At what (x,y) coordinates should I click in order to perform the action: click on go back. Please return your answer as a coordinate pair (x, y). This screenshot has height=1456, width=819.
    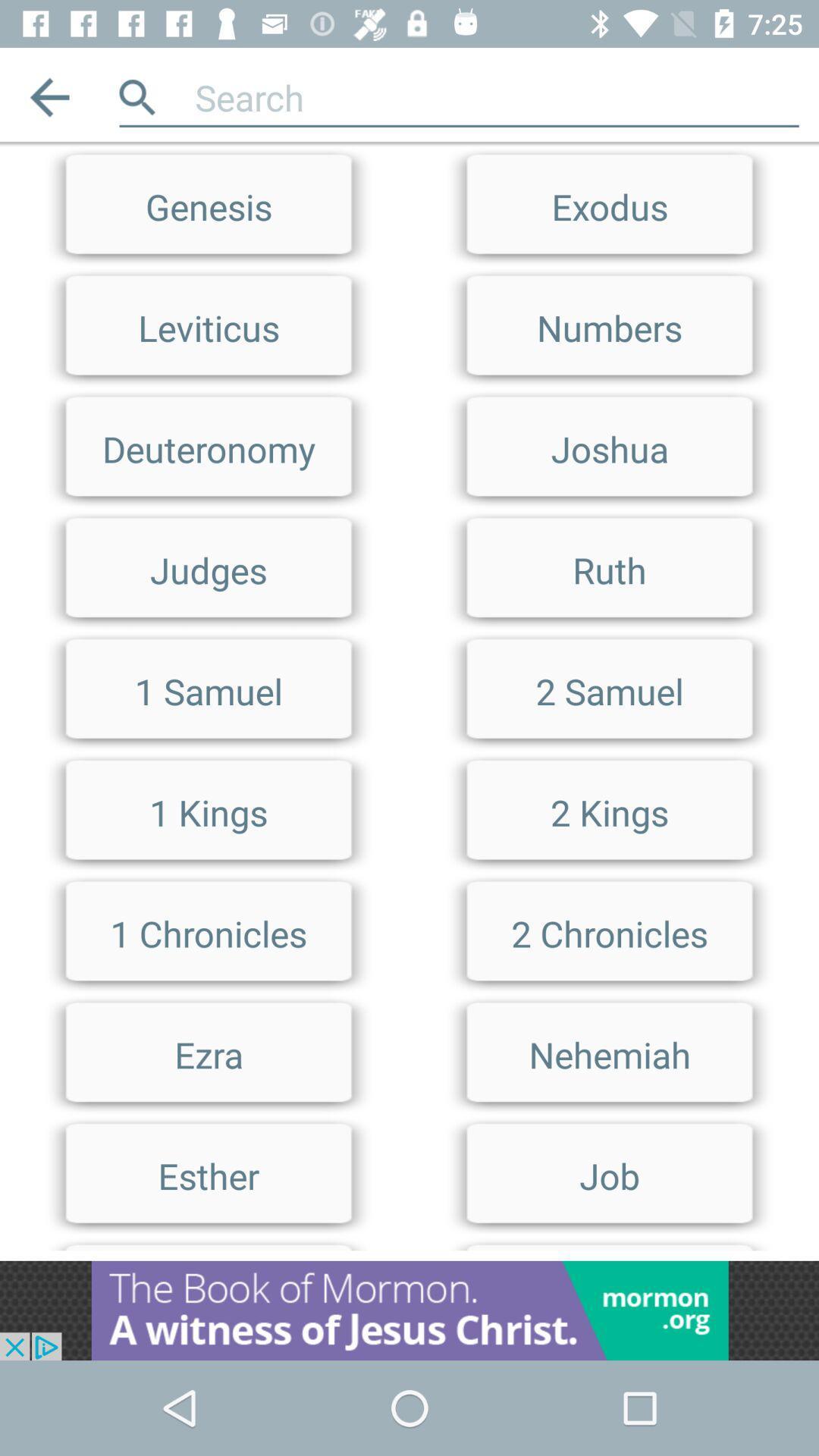
    Looking at the image, I should click on (49, 96).